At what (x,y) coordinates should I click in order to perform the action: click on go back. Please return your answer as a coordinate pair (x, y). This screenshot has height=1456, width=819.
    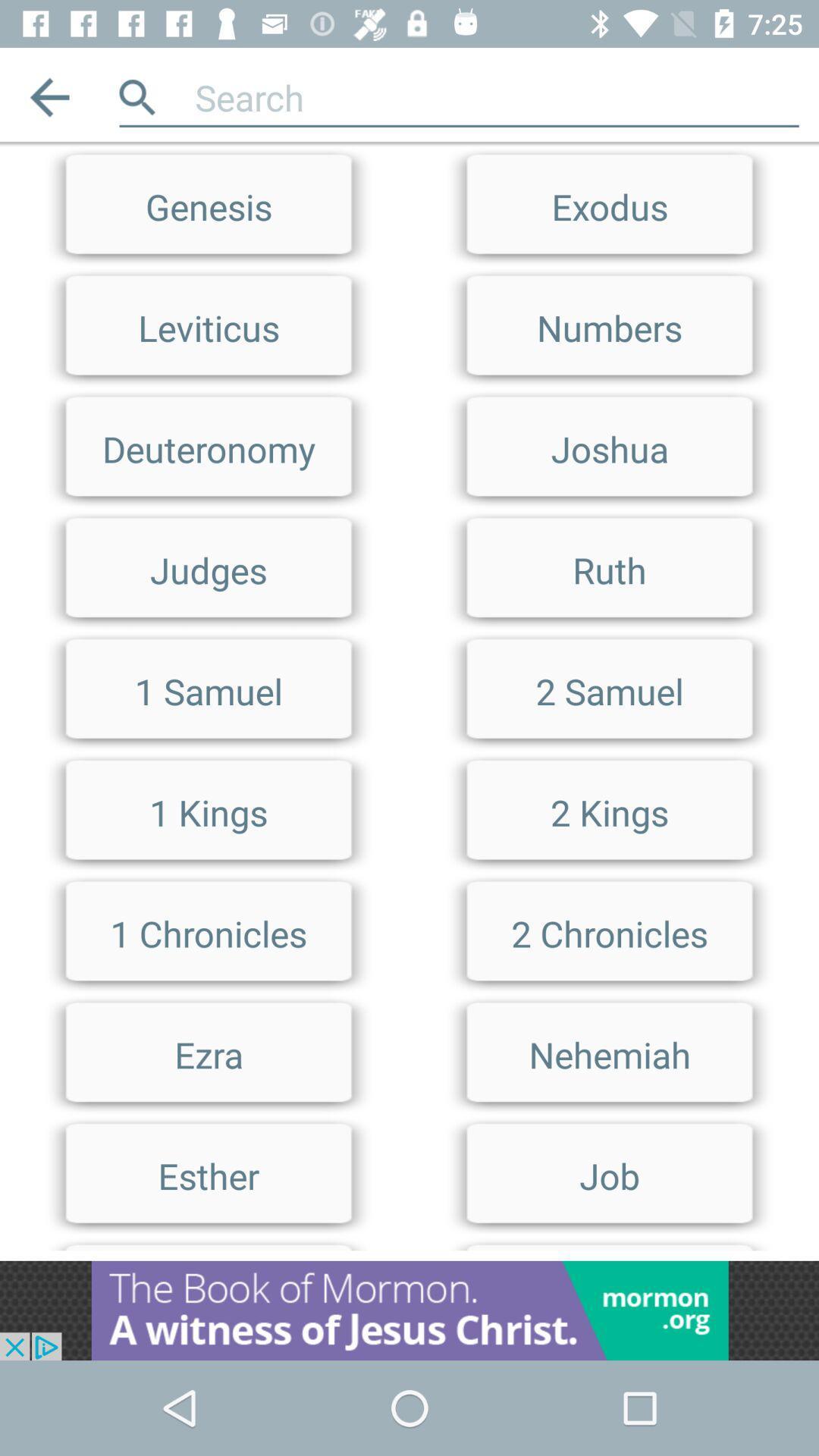
    Looking at the image, I should click on (49, 96).